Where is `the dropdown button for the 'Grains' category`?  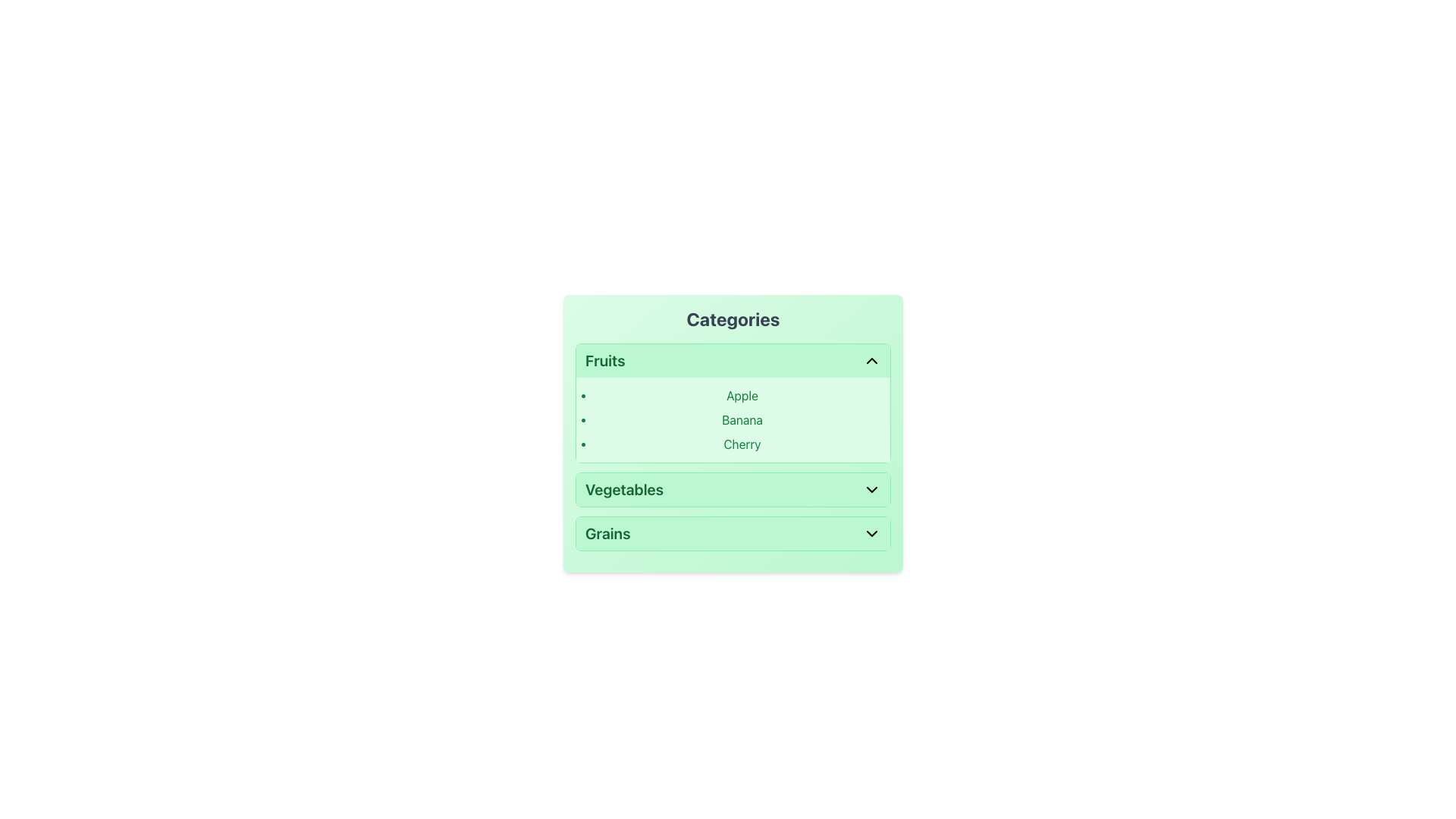
the dropdown button for the 'Grains' category is located at coordinates (733, 533).